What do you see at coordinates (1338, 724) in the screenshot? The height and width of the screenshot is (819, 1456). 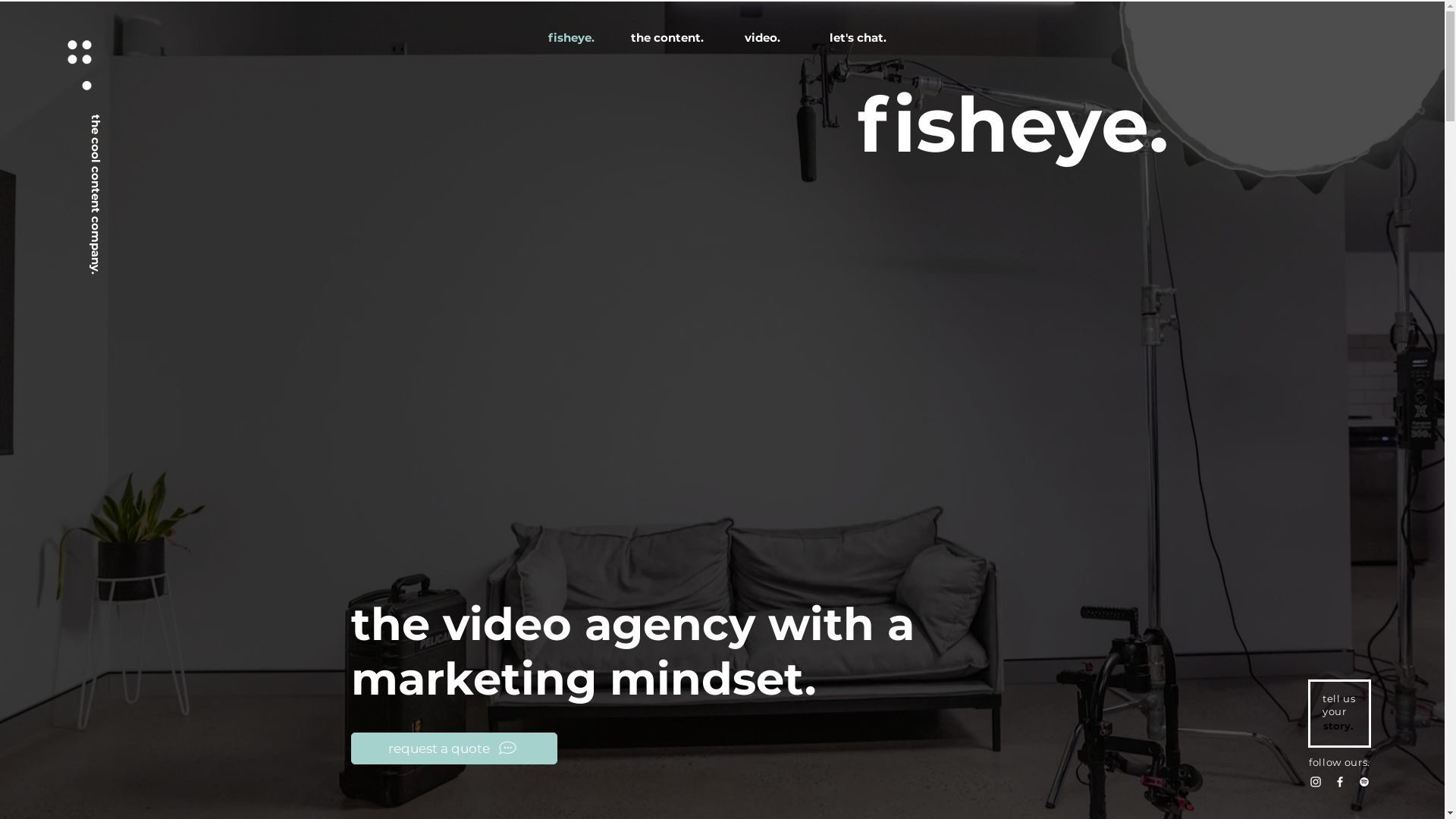 I see `'story.'` at bounding box center [1338, 724].